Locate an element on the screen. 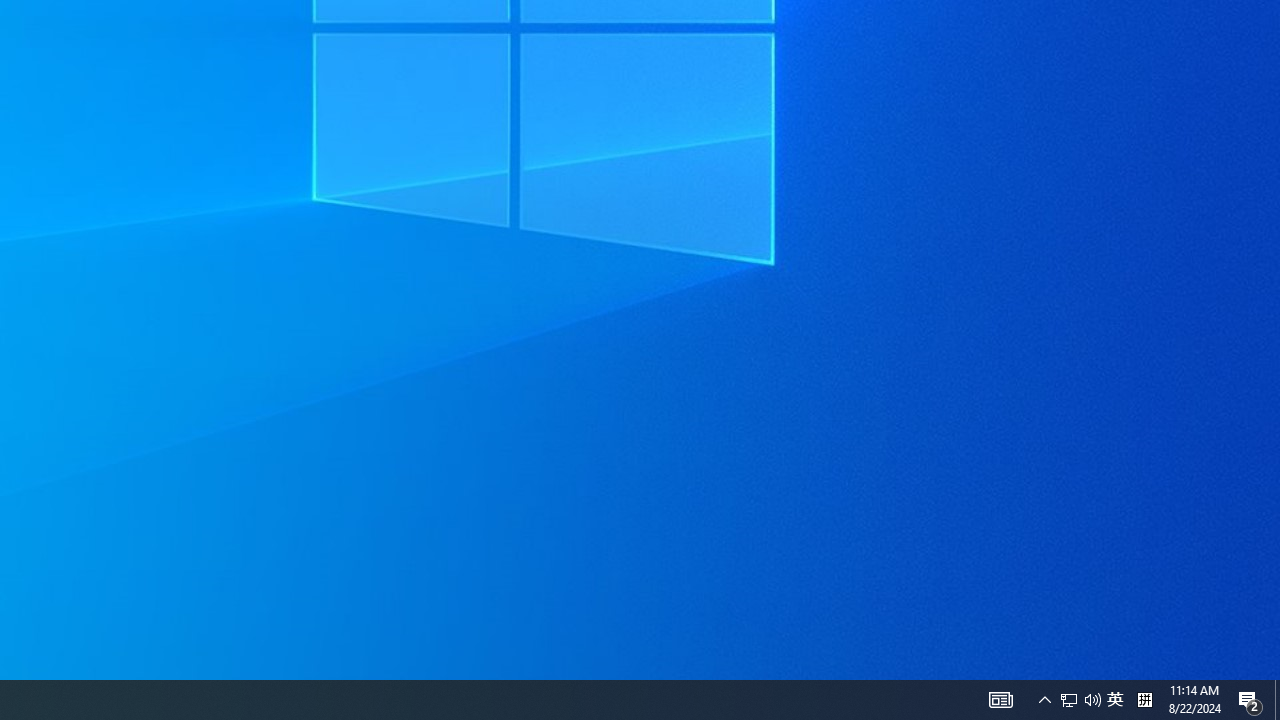 Image resolution: width=1280 pixels, height=720 pixels. 'AutomationID: 4105' is located at coordinates (1000, 698).